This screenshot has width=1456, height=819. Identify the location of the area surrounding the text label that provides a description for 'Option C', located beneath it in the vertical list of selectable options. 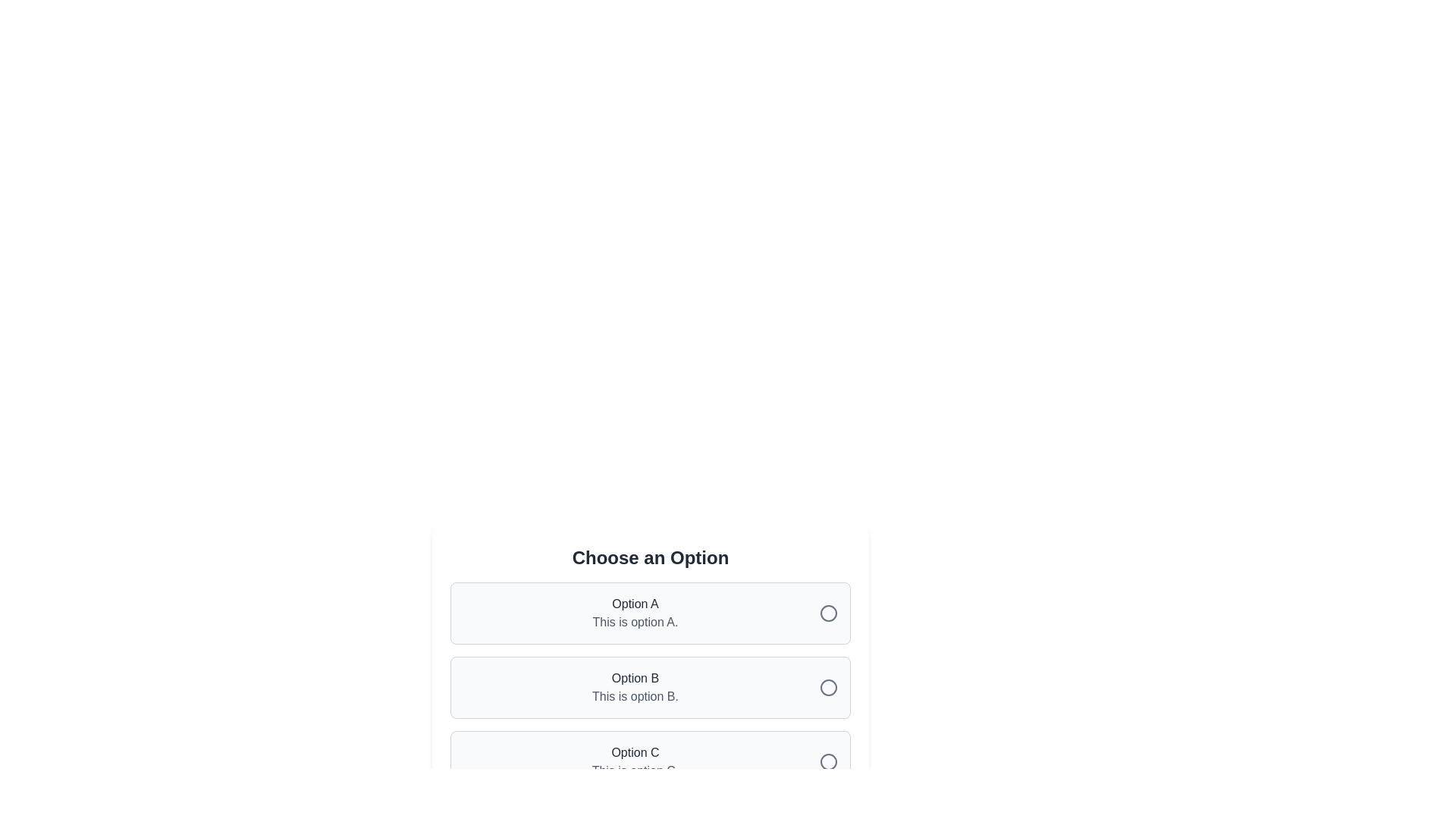
(635, 771).